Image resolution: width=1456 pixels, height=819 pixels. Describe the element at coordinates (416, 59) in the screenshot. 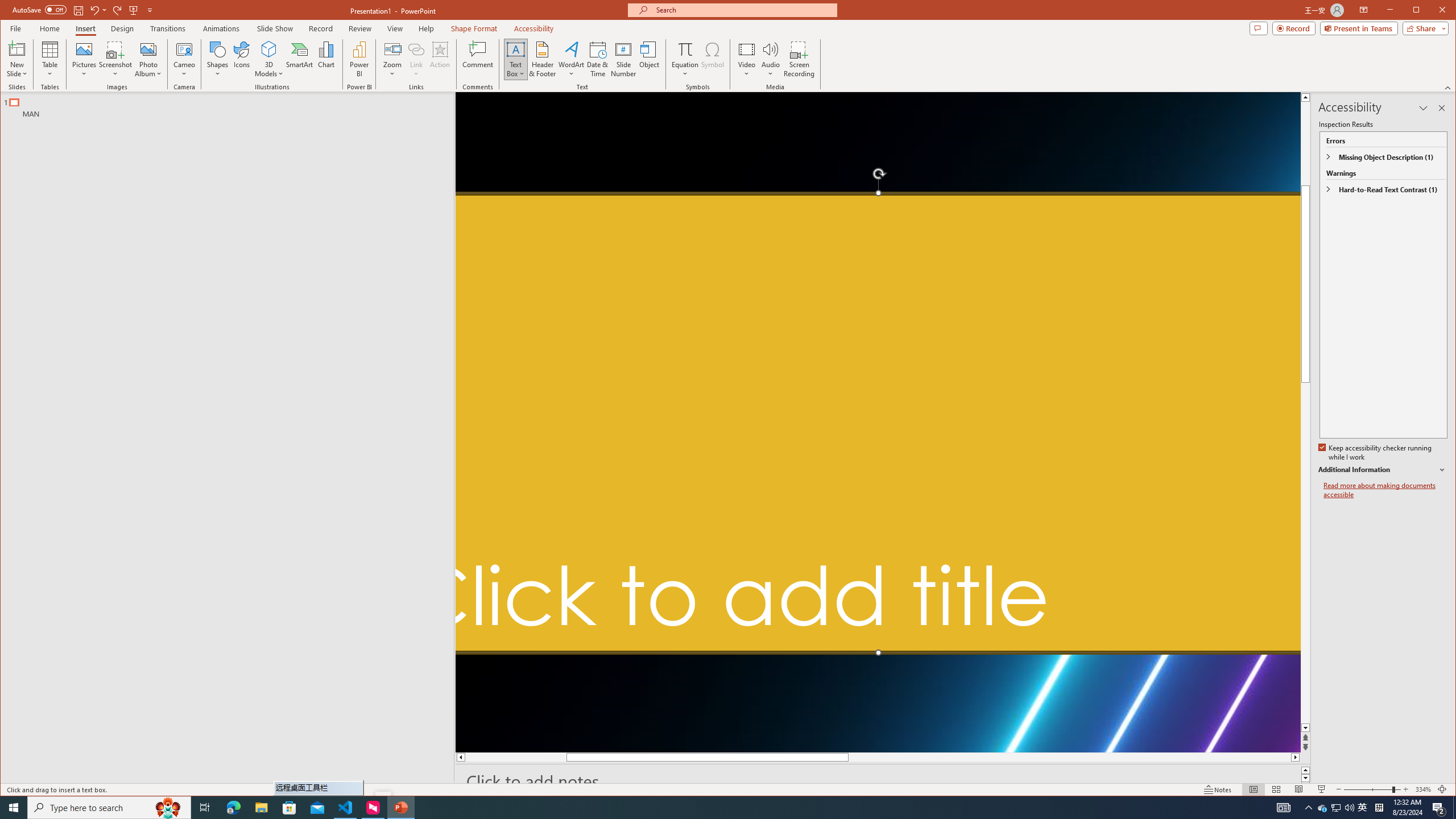

I see `'Link'` at that location.